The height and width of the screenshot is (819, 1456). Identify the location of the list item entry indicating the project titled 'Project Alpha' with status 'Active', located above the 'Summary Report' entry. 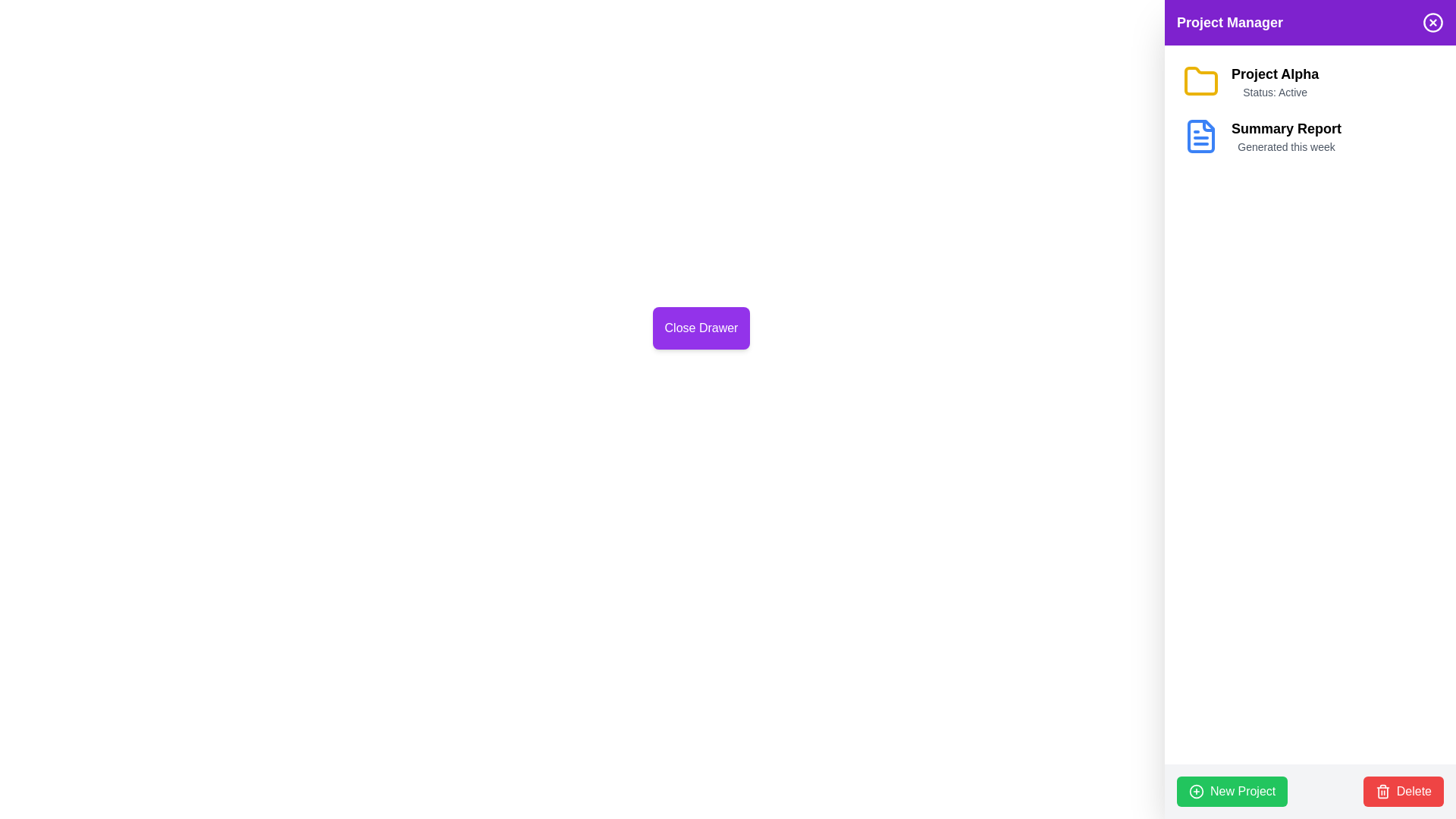
(1310, 82).